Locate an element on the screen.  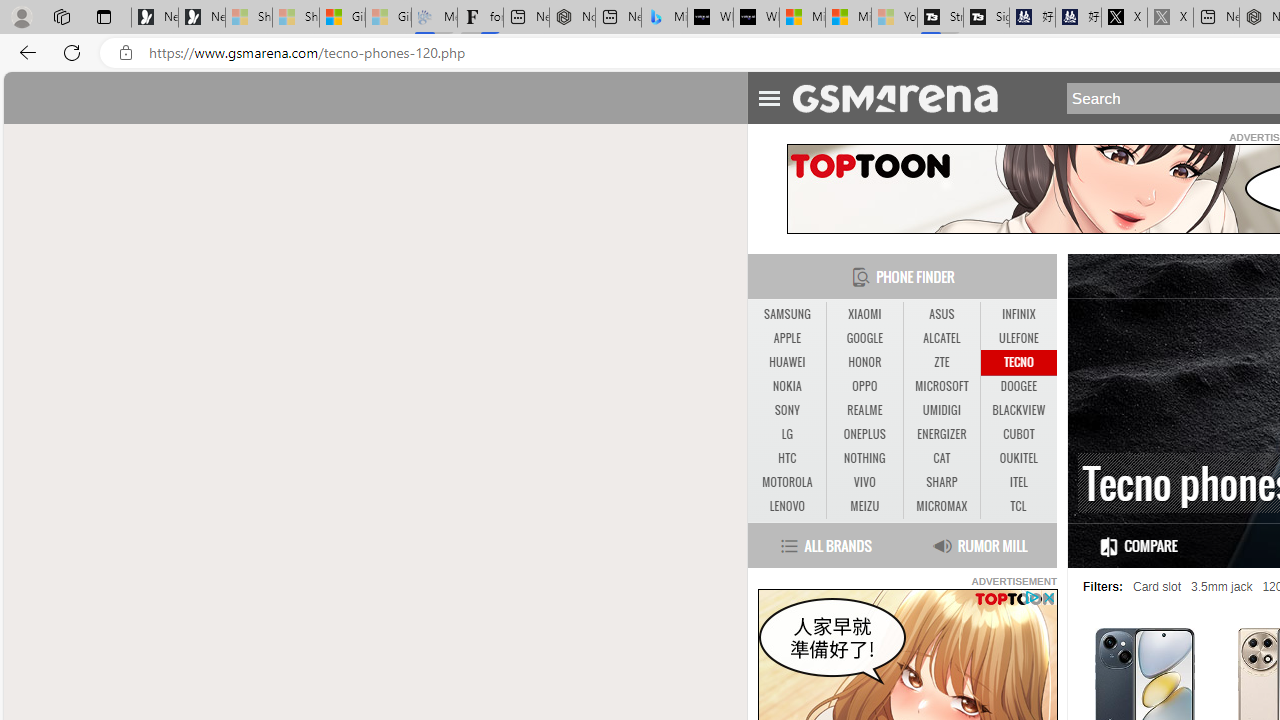
'MOTOROLA' is located at coordinates (786, 483).